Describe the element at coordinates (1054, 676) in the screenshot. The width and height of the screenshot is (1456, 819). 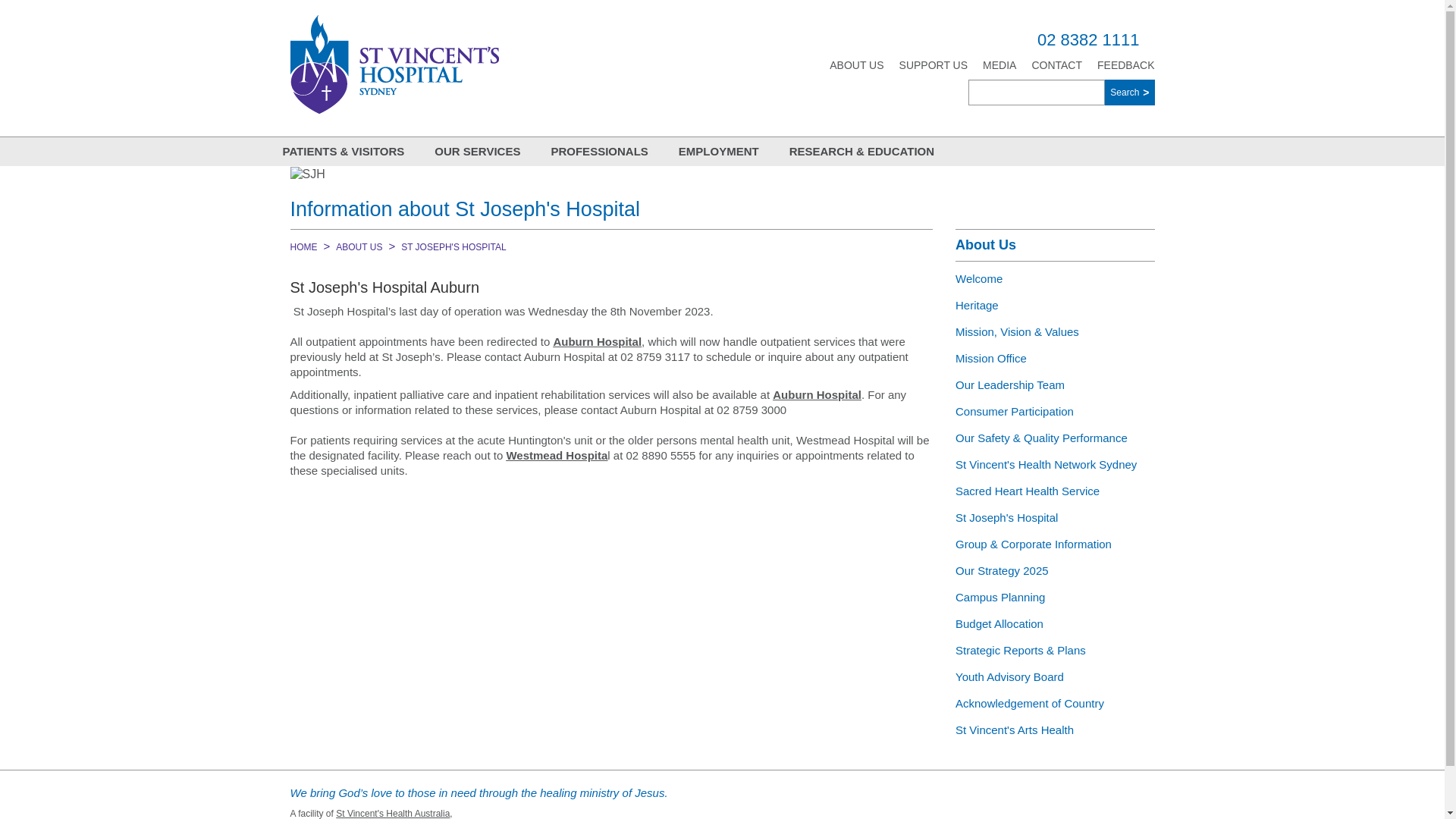
I see `'Youth Advisory Board'` at that location.